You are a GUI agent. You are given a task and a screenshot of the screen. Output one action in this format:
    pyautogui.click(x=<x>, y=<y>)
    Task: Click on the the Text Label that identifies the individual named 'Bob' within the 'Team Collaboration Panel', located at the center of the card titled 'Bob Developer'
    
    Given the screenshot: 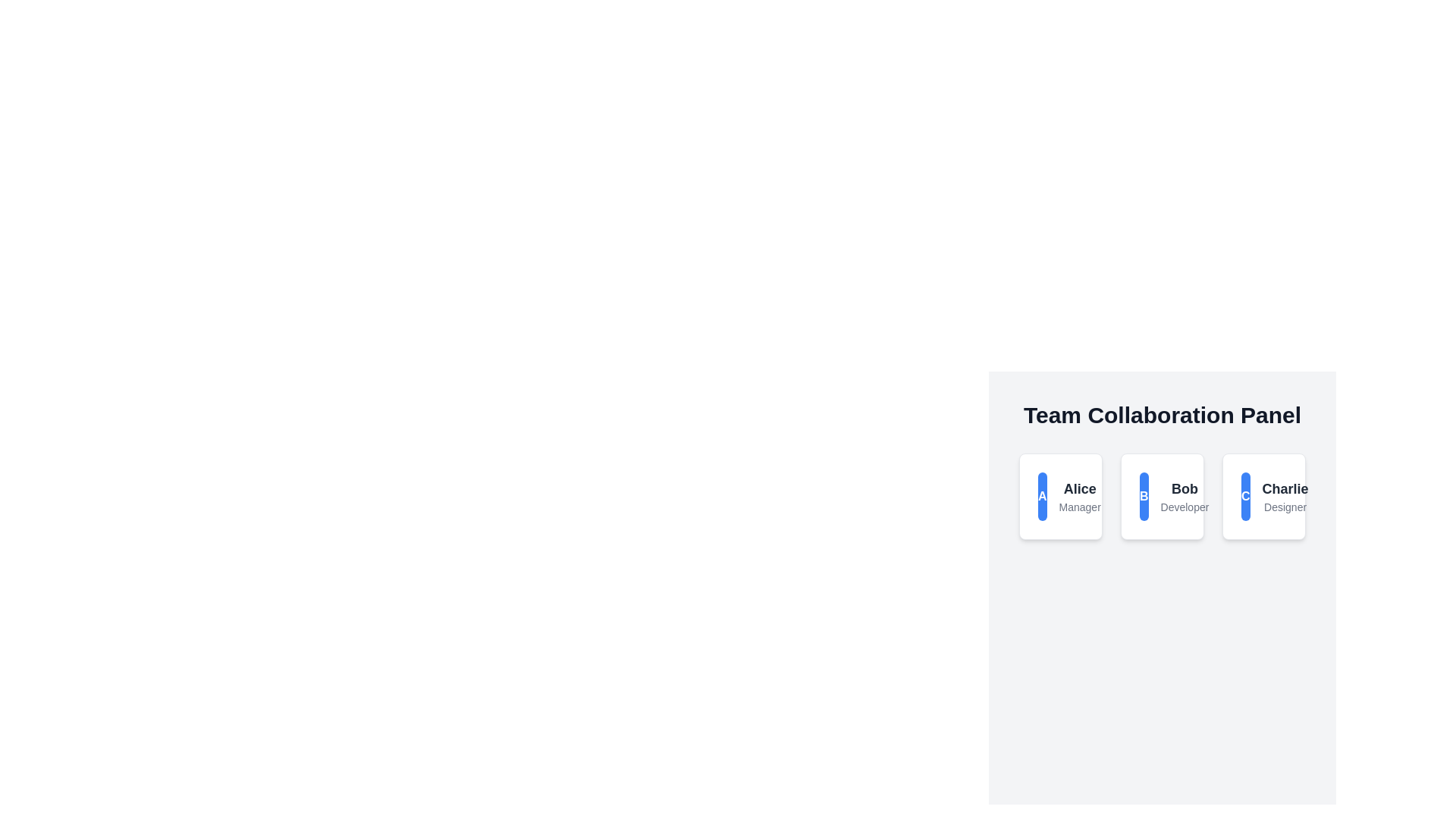 What is the action you would take?
    pyautogui.click(x=1184, y=488)
    